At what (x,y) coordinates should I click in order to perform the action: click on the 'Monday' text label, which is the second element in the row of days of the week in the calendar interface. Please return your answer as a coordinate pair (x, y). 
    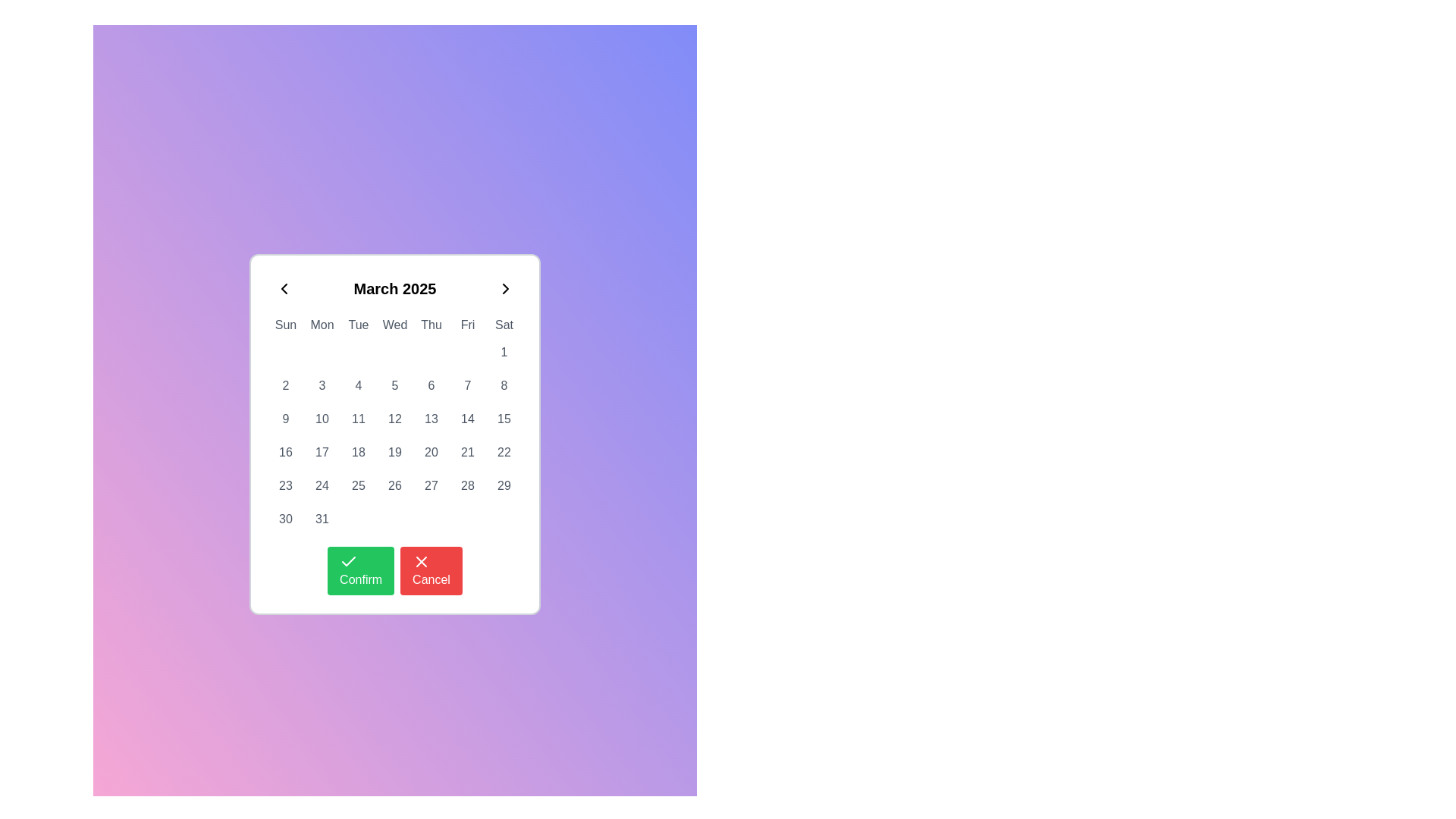
    Looking at the image, I should click on (322, 324).